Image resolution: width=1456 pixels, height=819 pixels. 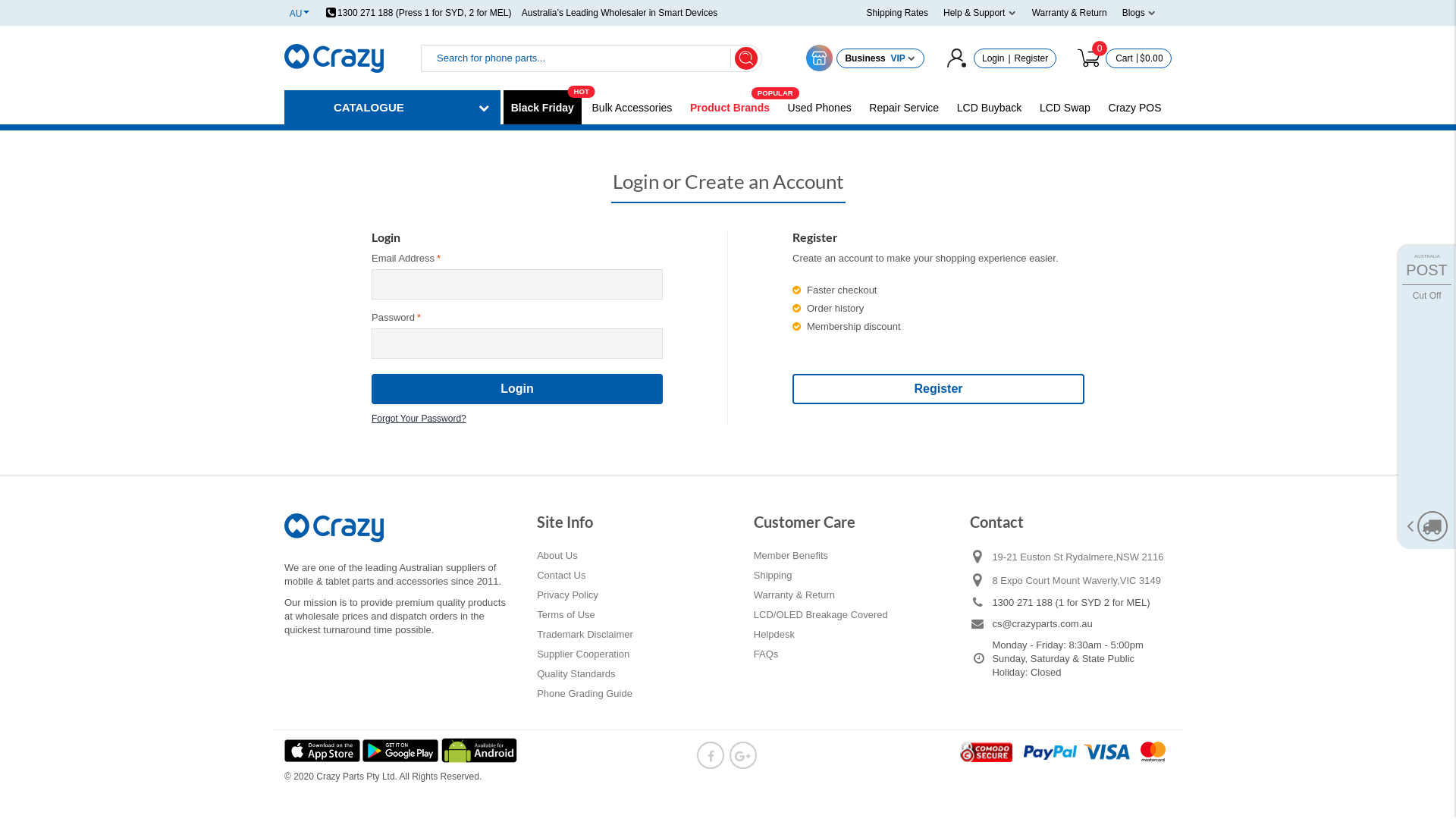 I want to click on 'Used Phones', so click(x=818, y=107).